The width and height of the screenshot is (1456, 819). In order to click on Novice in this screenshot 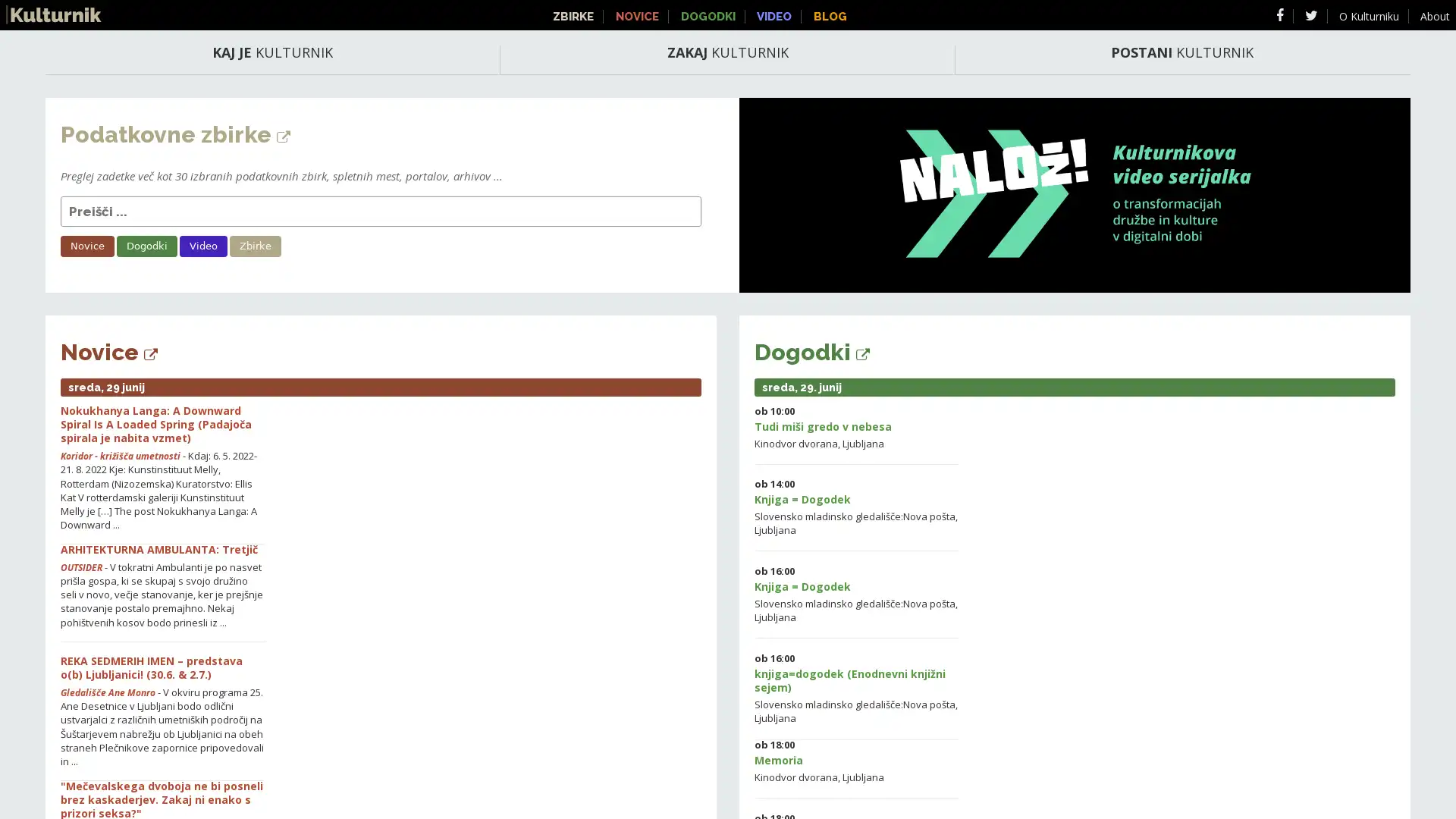, I will do `click(86, 245)`.